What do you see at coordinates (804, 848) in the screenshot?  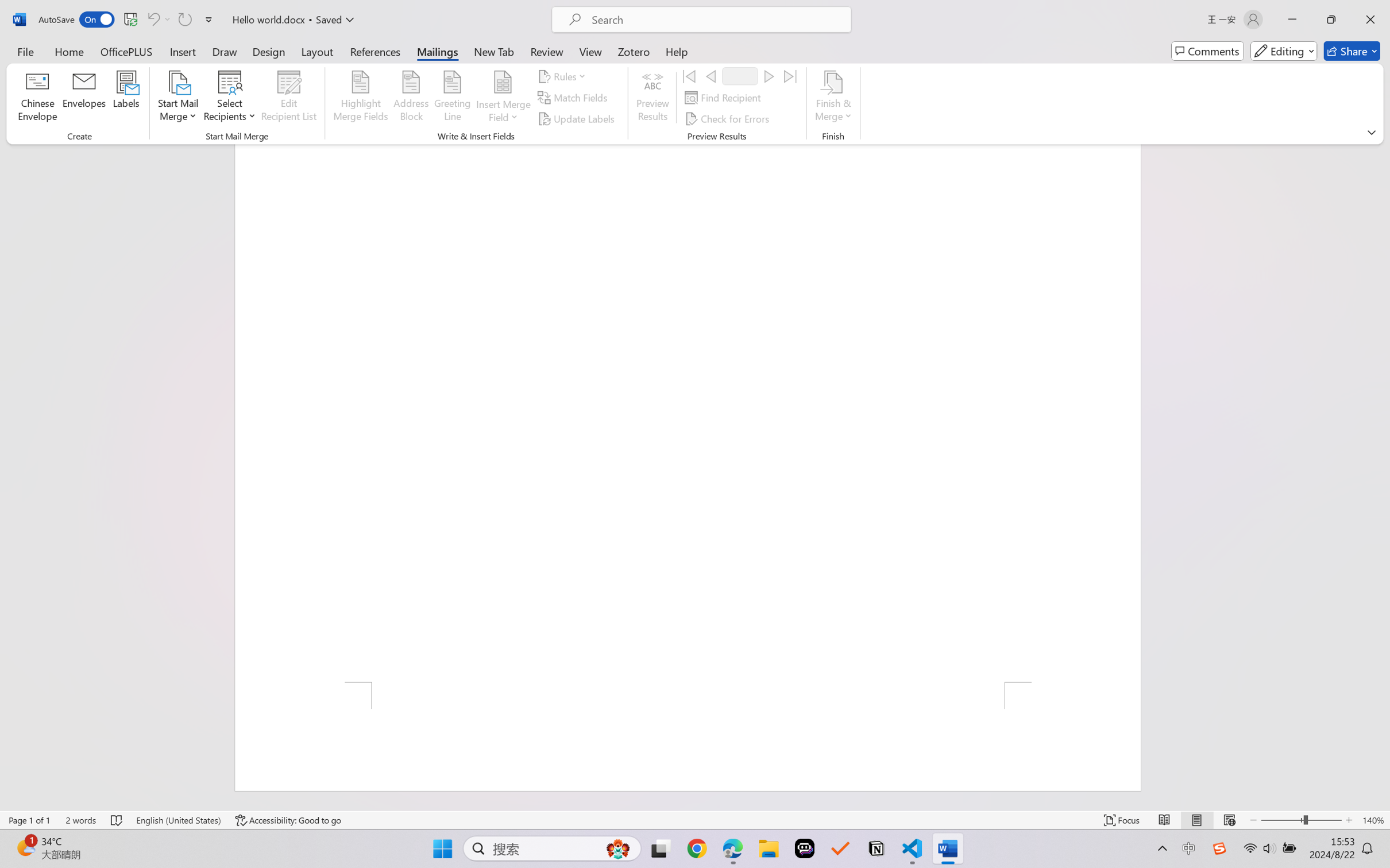 I see `'Poe'` at bounding box center [804, 848].